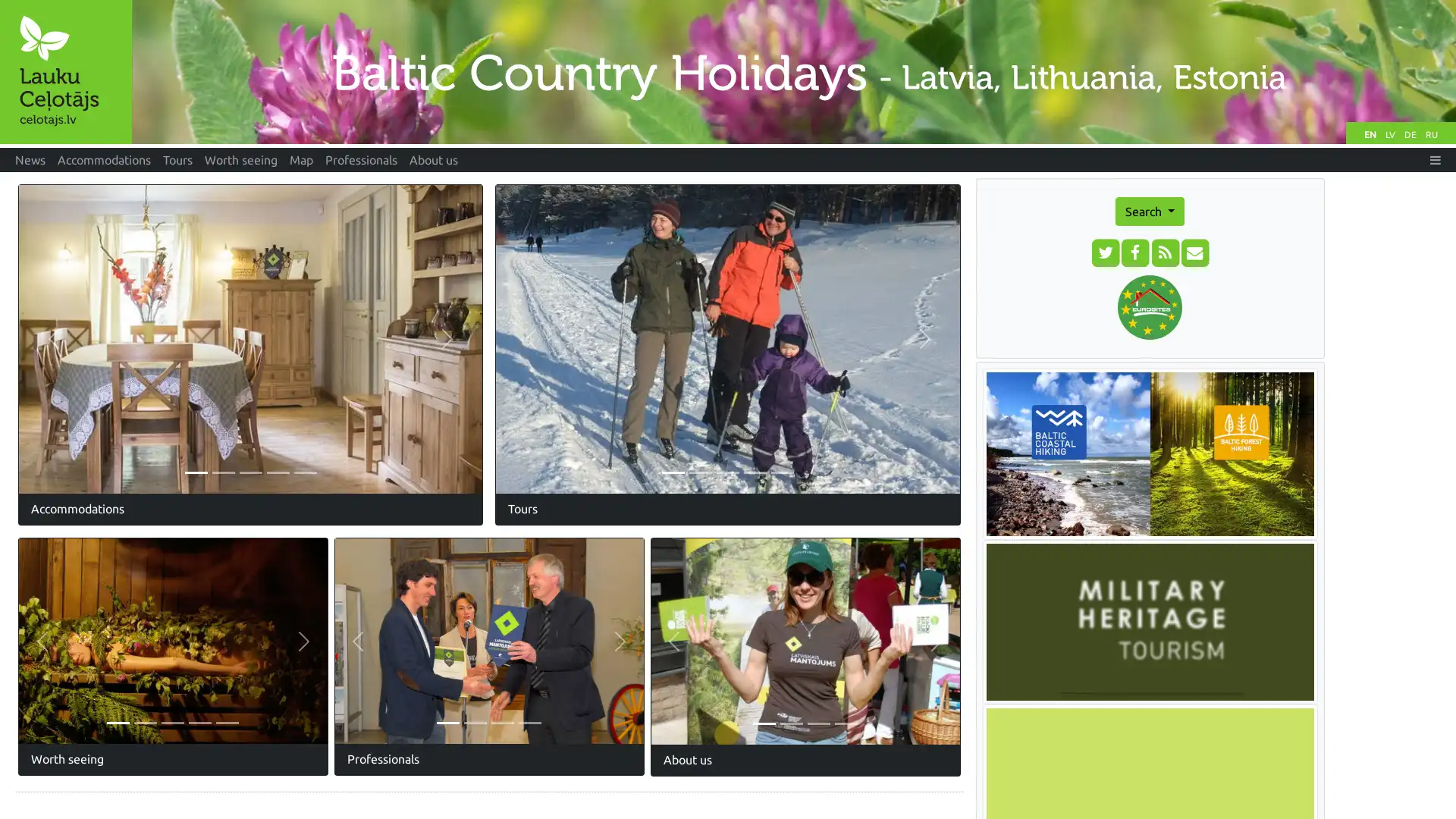 This screenshot has height=819, width=1456. Describe the element at coordinates (356, 641) in the screenshot. I see `Previous` at that location.